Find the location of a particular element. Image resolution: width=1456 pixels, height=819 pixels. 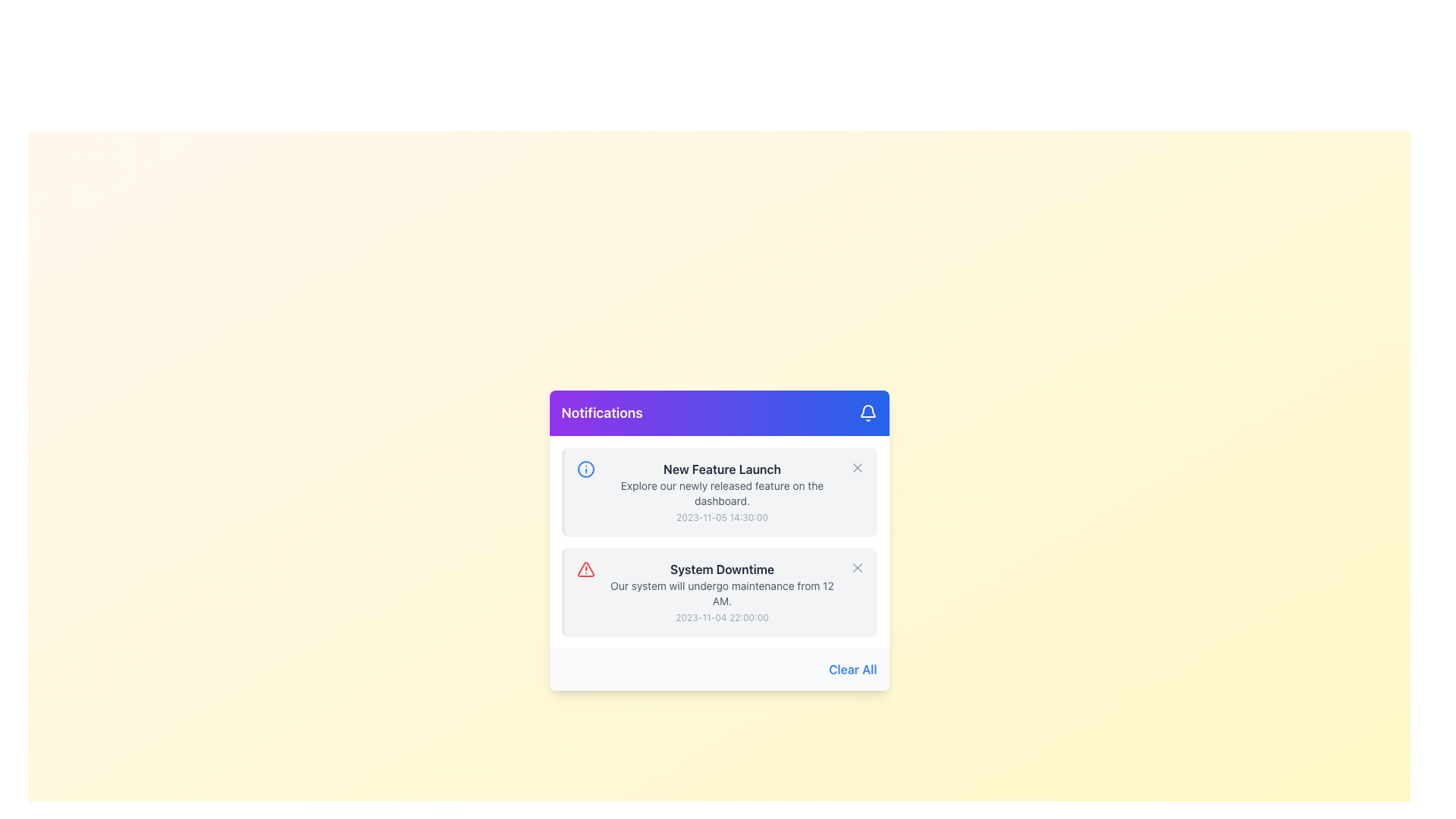

the red triangular warning icon located in the 'System Downtime' notification card is located at coordinates (585, 570).